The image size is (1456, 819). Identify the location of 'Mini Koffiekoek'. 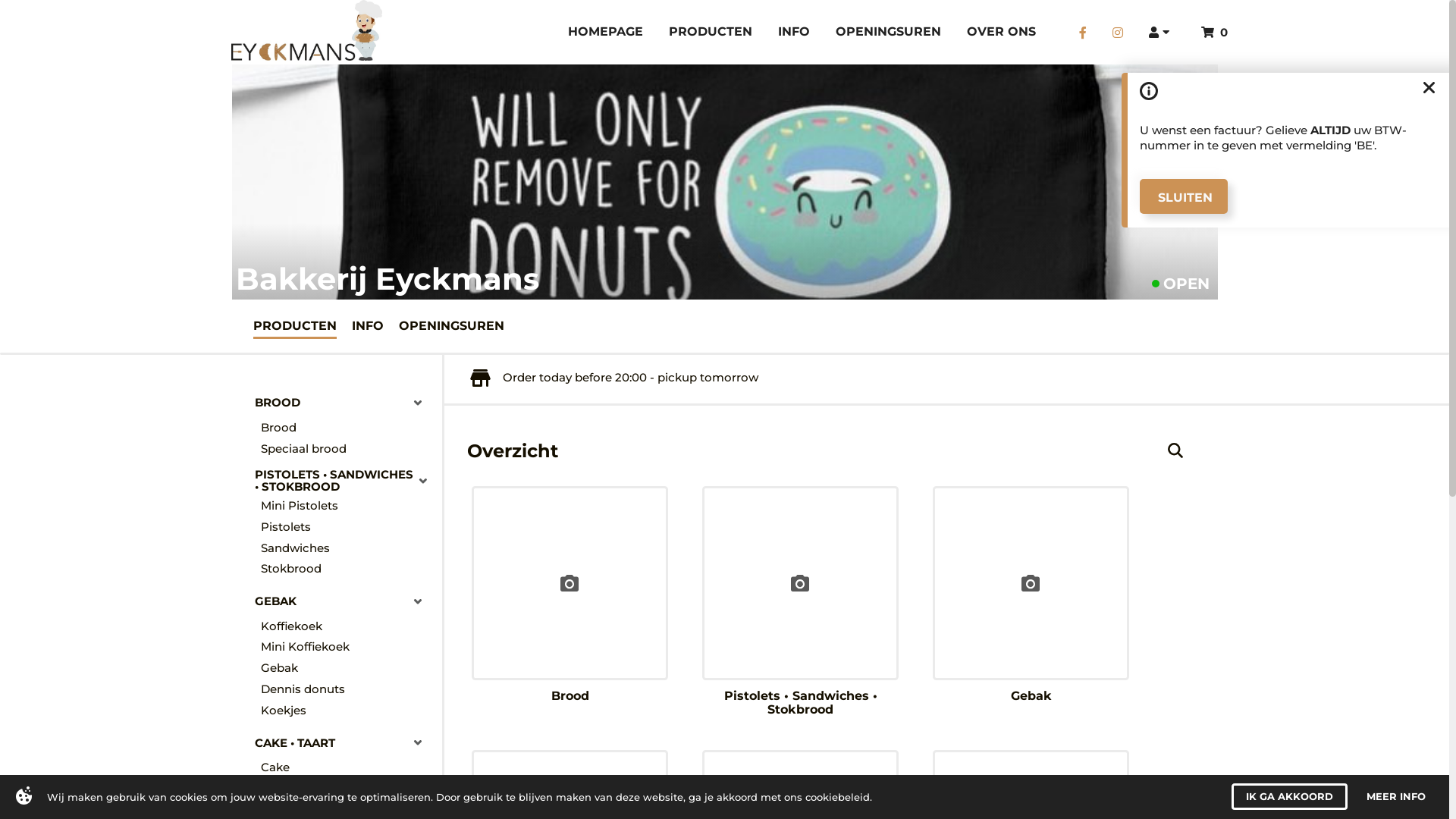
(346, 647).